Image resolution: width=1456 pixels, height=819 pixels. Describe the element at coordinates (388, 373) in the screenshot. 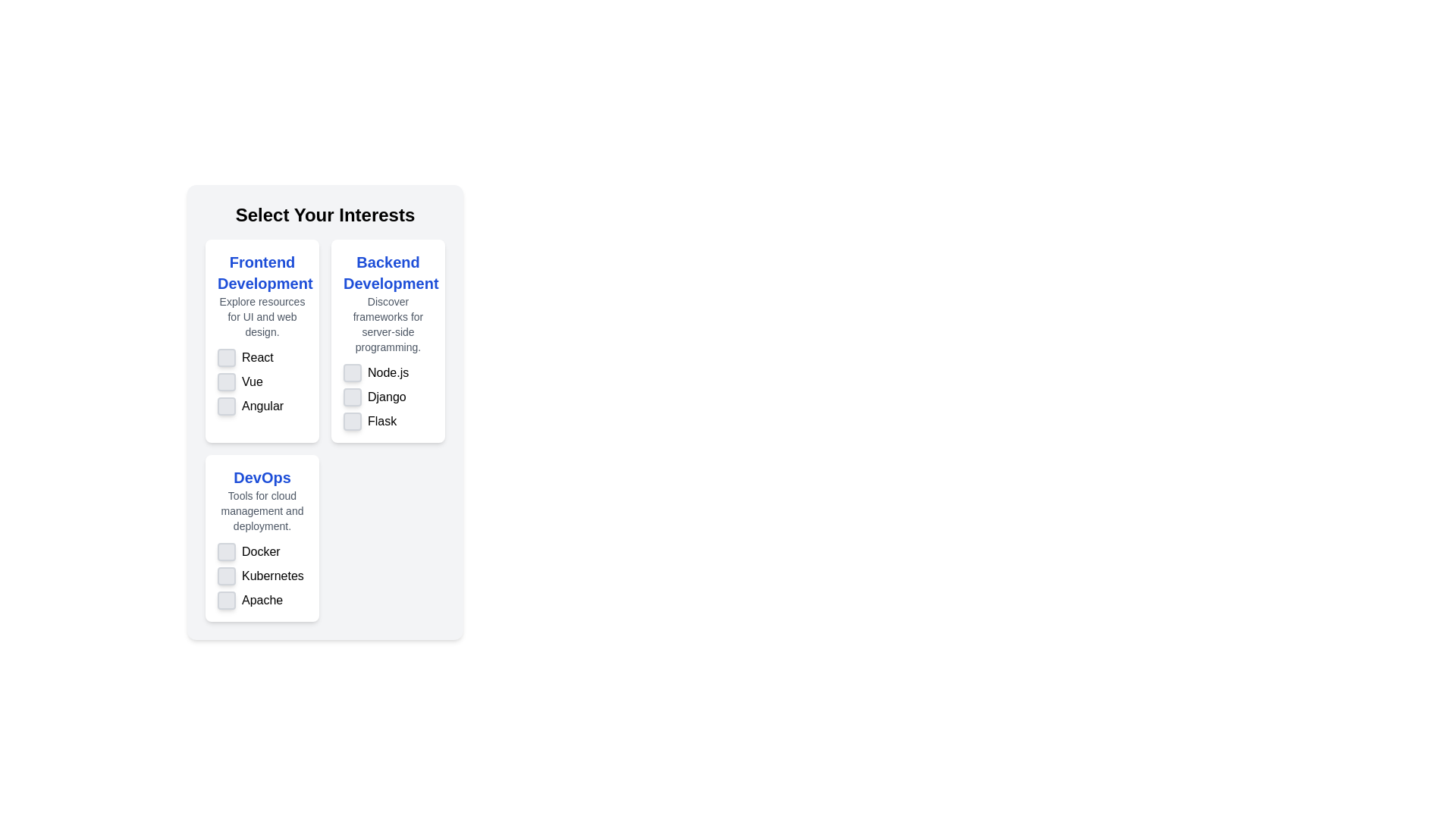

I see `text label displaying 'Node.js' located in the 'Backend Development' section, adjacent to a checkbox` at that location.